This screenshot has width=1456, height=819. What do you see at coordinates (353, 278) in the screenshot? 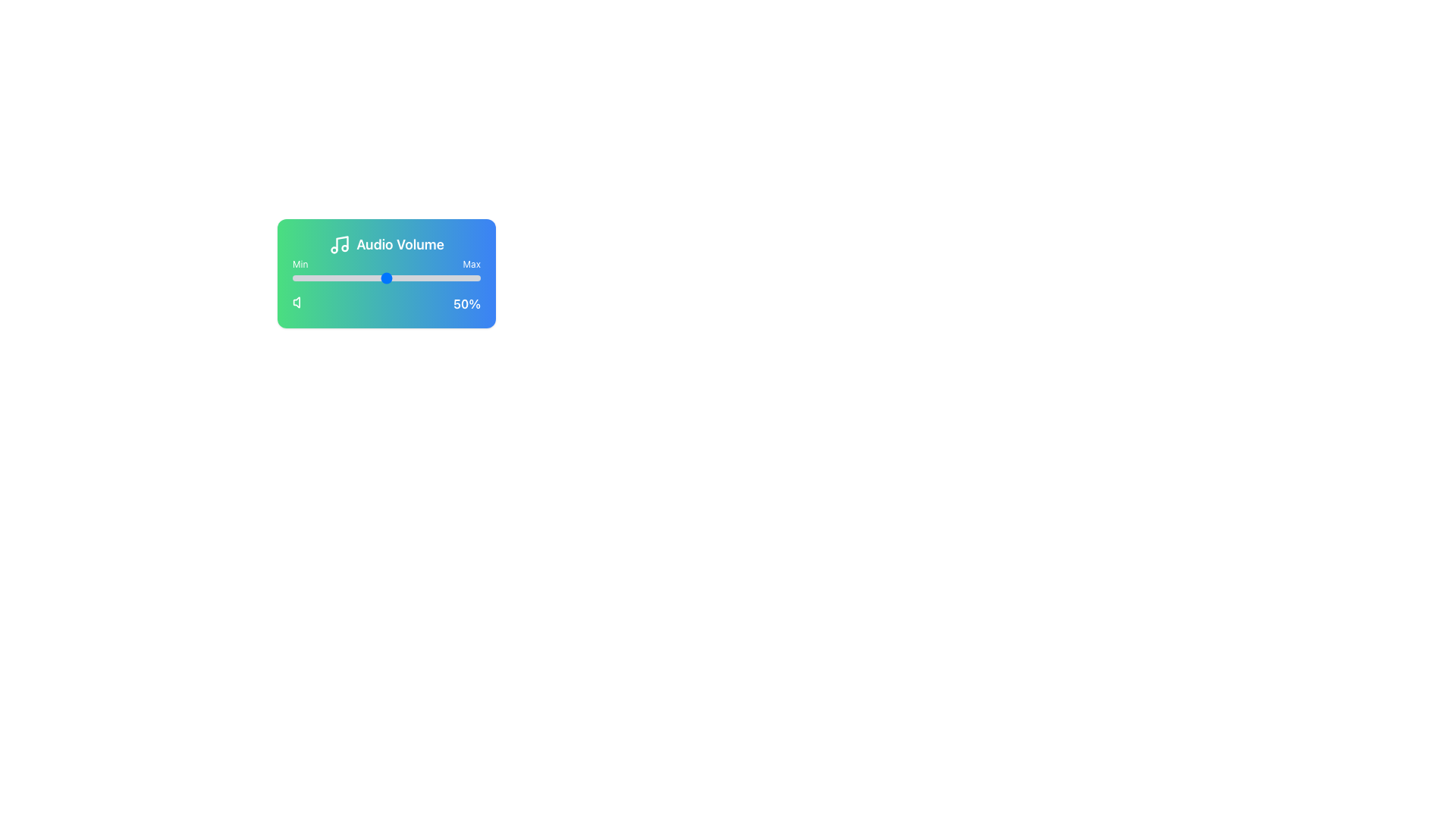
I see `the slider` at bounding box center [353, 278].